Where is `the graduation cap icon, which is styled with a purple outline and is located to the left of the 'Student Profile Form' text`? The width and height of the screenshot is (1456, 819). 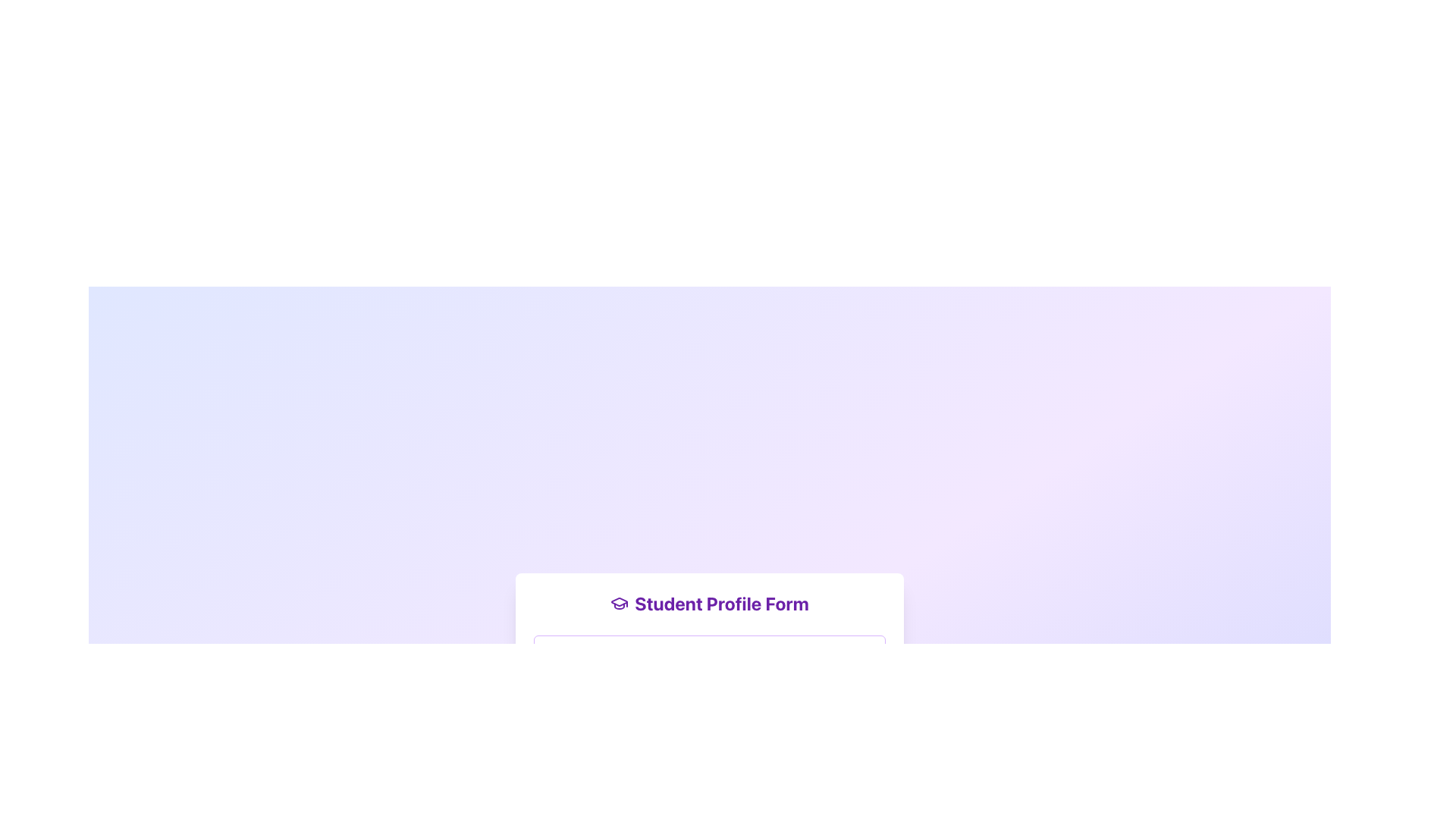
the graduation cap icon, which is styled with a purple outline and is located to the left of the 'Student Profile Form' text is located at coordinates (620, 602).